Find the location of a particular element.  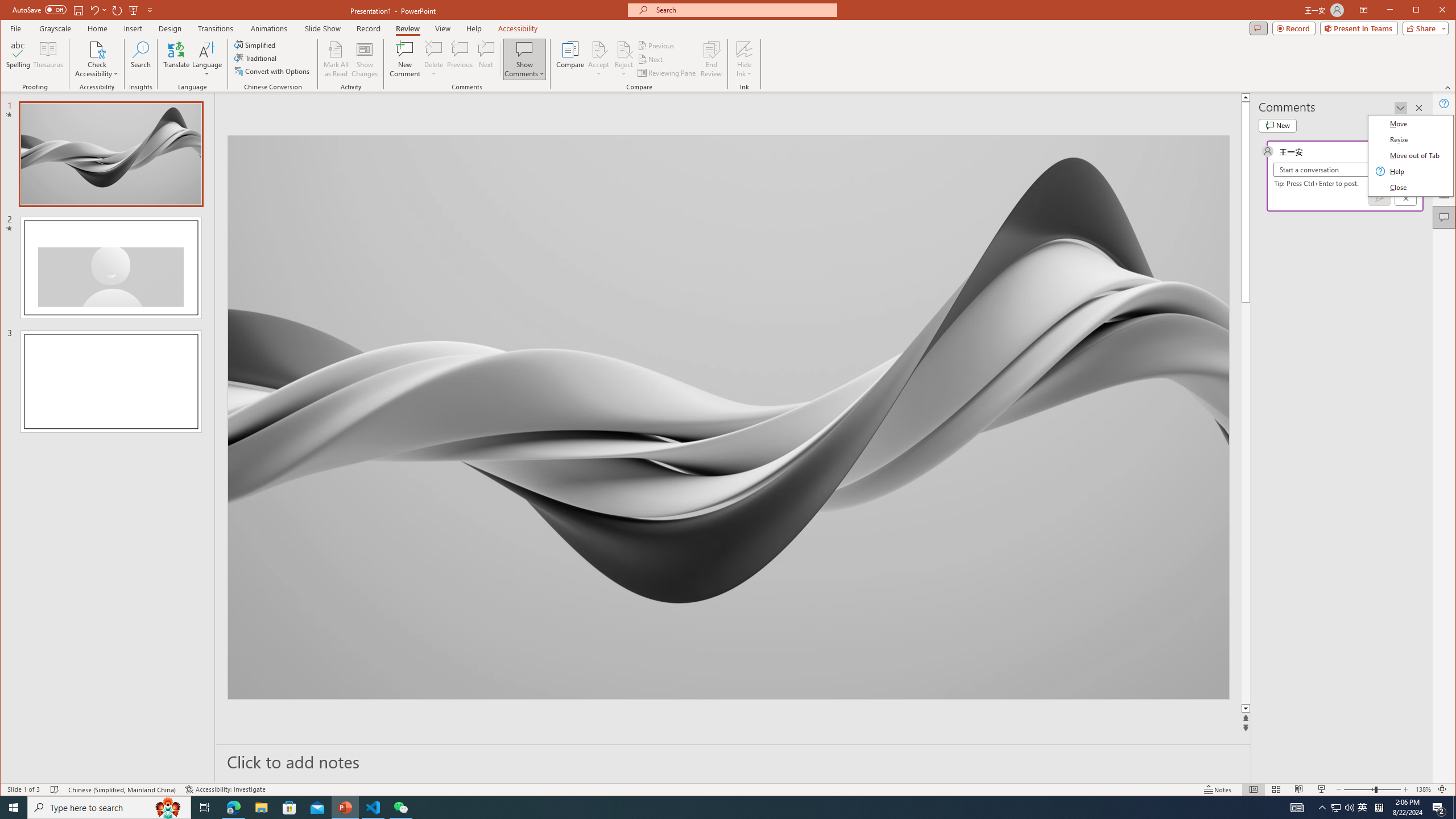

'Mark All as Read' is located at coordinates (336, 59).